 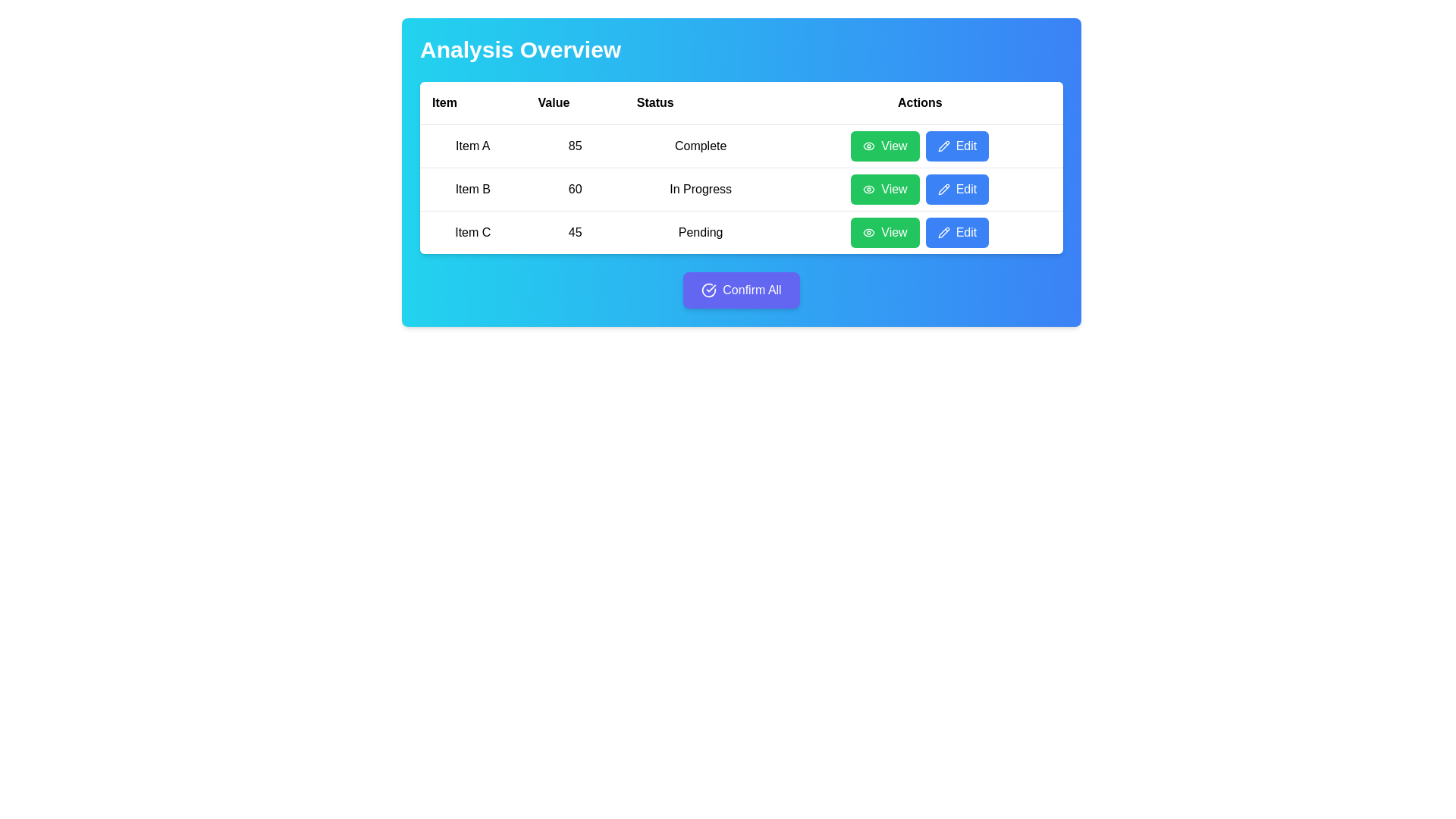 I want to click on the eye icon located inside the green 'View' button in the second row of the table under the 'Actions' column, corresponding to 'Item B', so click(x=869, y=189).